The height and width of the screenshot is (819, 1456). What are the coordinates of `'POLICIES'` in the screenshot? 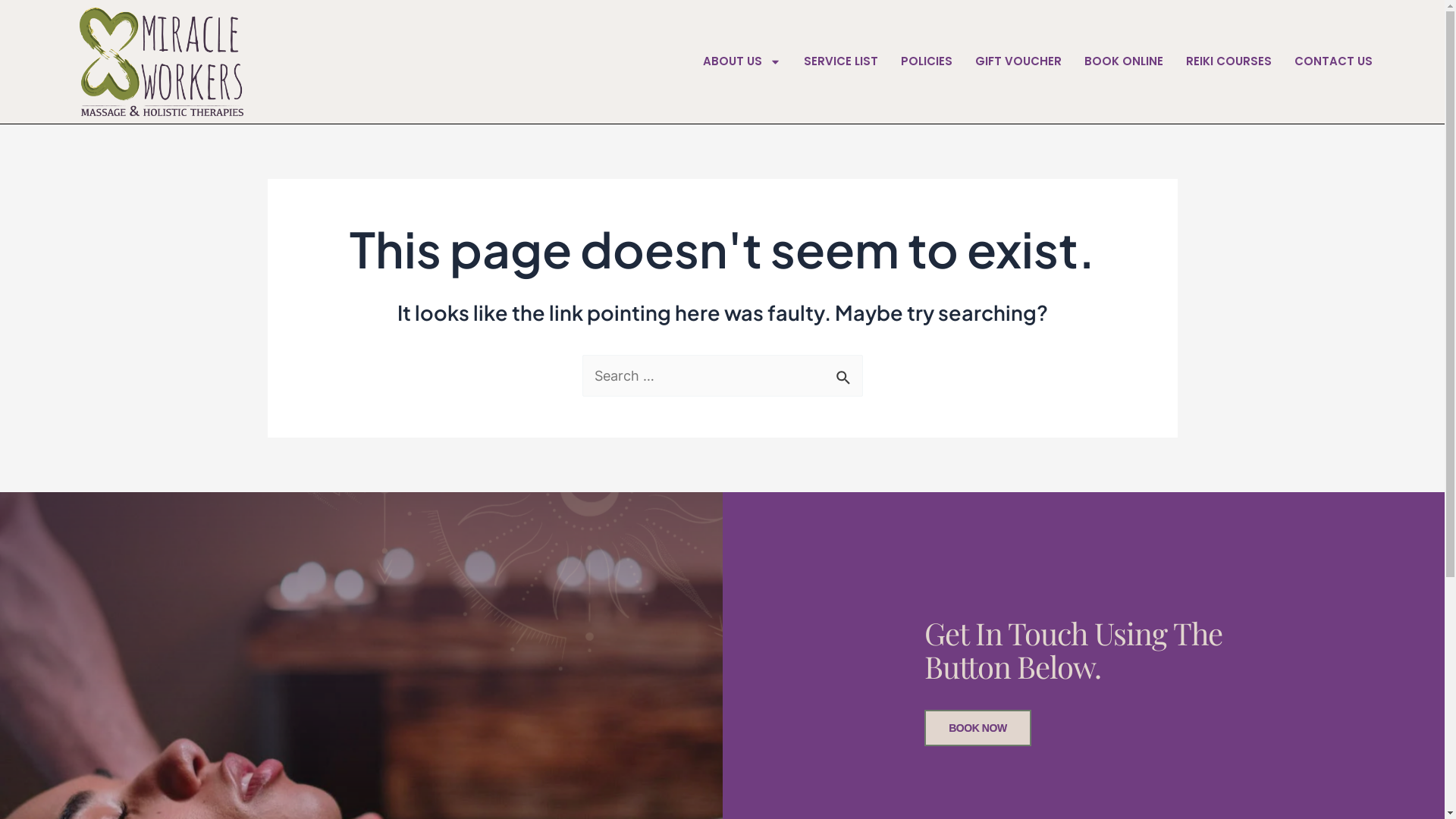 It's located at (926, 61).